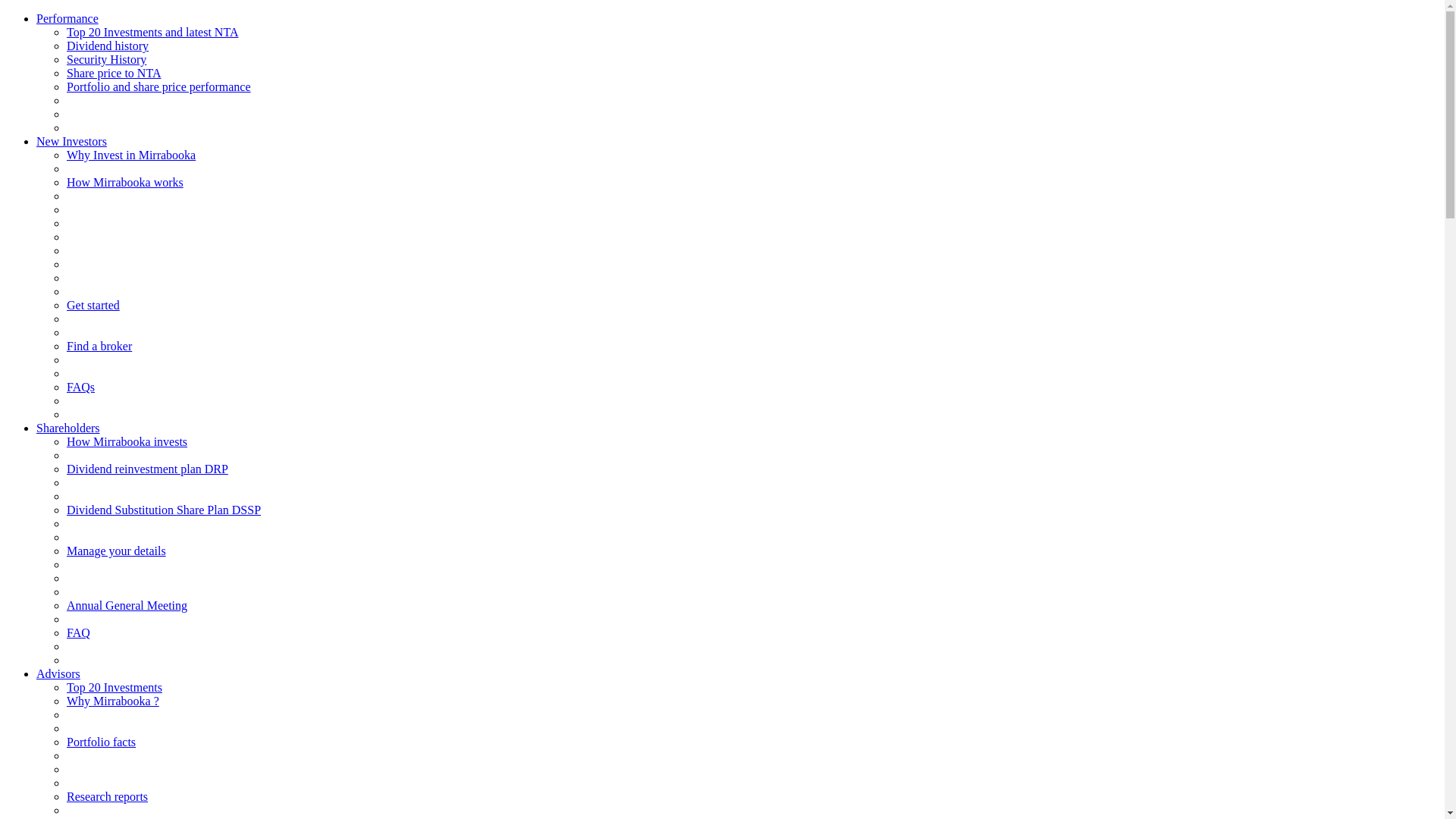 This screenshot has height=819, width=1456. Describe the element at coordinates (124, 181) in the screenshot. I see `'How Mirrabooka works'` at that location.